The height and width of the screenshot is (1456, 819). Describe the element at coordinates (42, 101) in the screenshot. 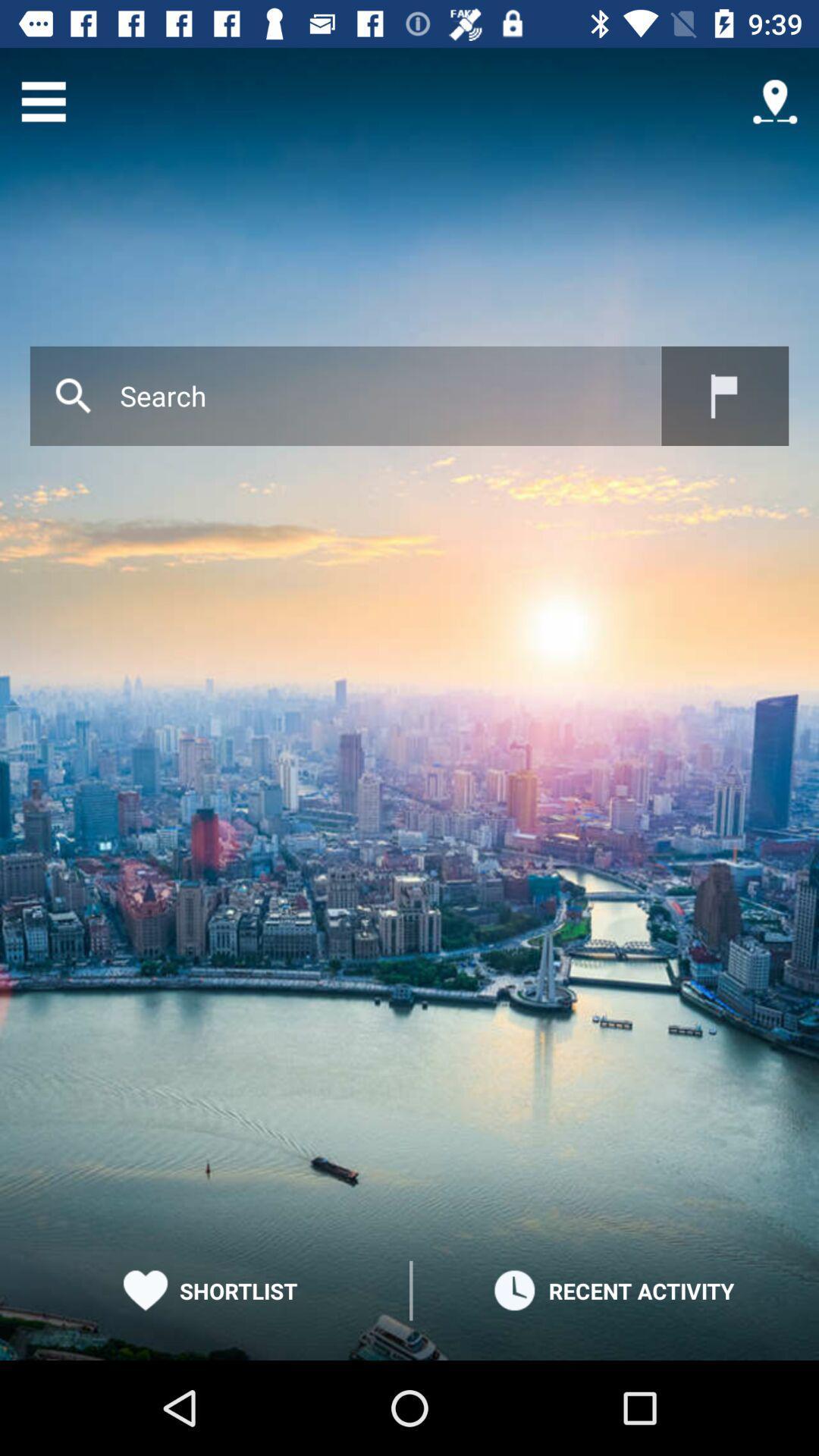

I see `menu button` at that location.